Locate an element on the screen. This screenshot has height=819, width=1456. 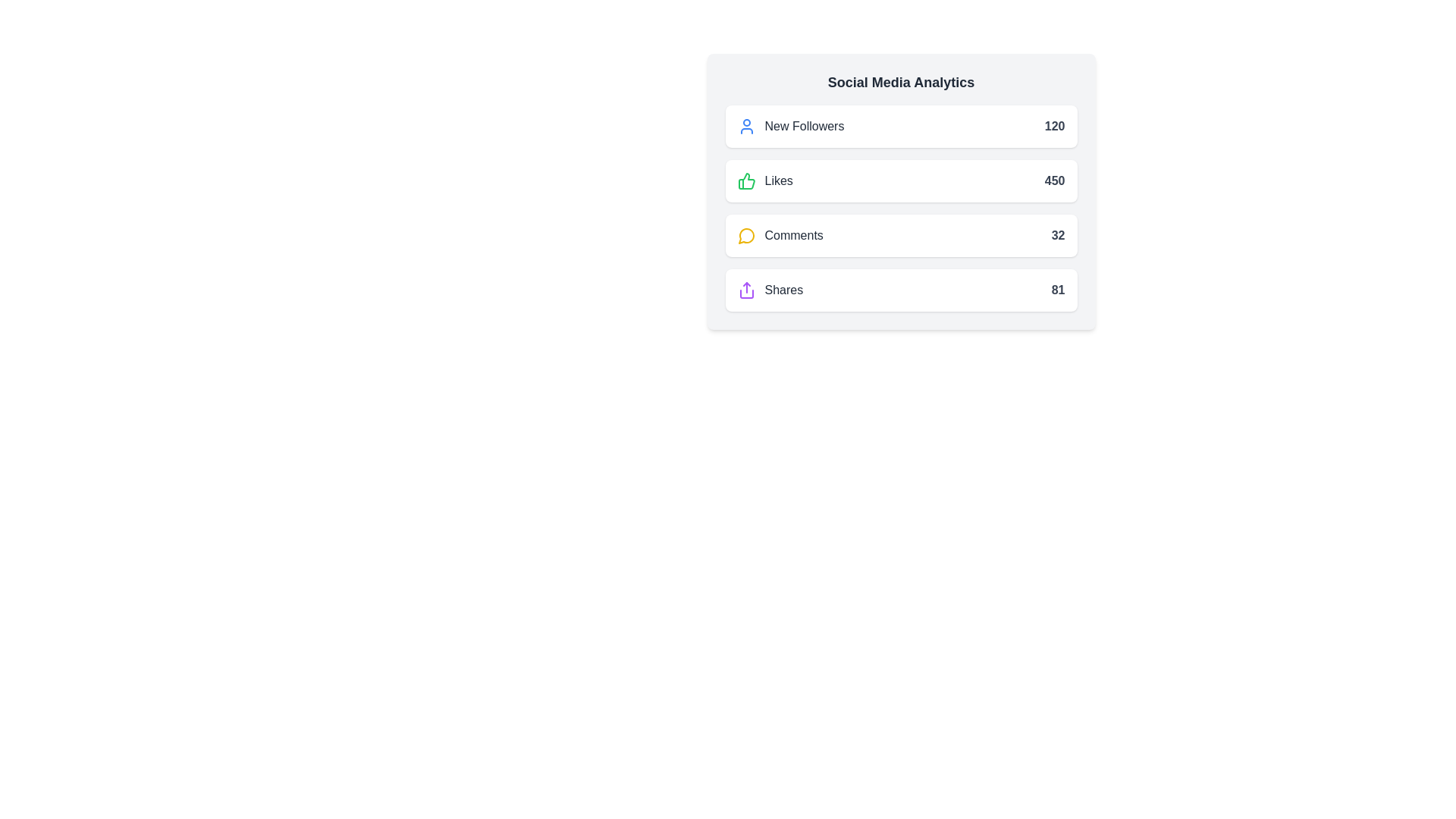
the likes count text in the 'Likes' section of the 'Social Media Analytics' card to possibly see additional details is located at coordinates (1054, 180).